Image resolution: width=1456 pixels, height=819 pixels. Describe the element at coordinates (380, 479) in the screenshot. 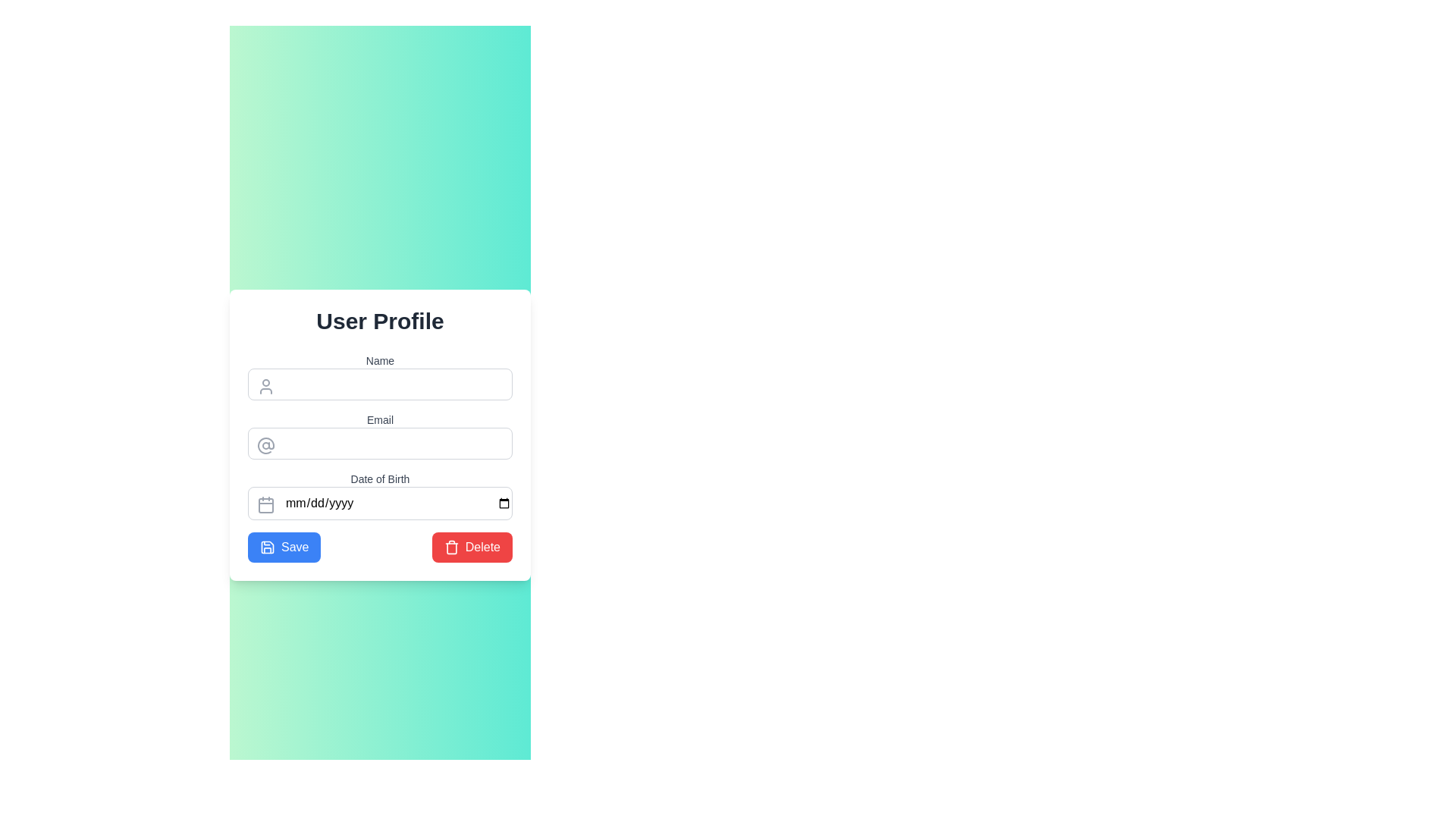

I see `the 'Date of Birth' label element, which is styled in gray and located above the date input field in the 'User Profile' form` at that location.